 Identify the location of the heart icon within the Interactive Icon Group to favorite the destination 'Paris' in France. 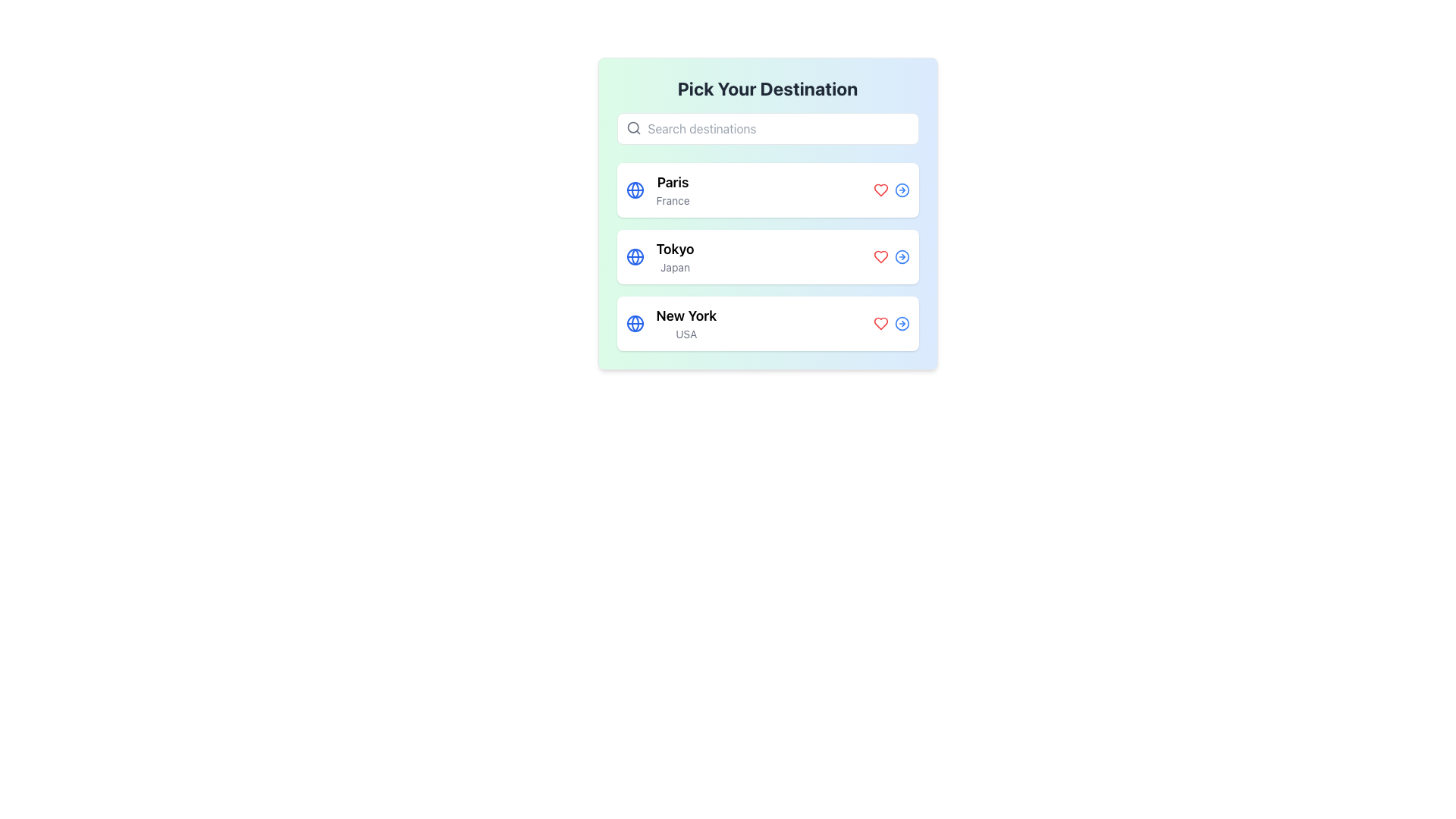
(891, 189).